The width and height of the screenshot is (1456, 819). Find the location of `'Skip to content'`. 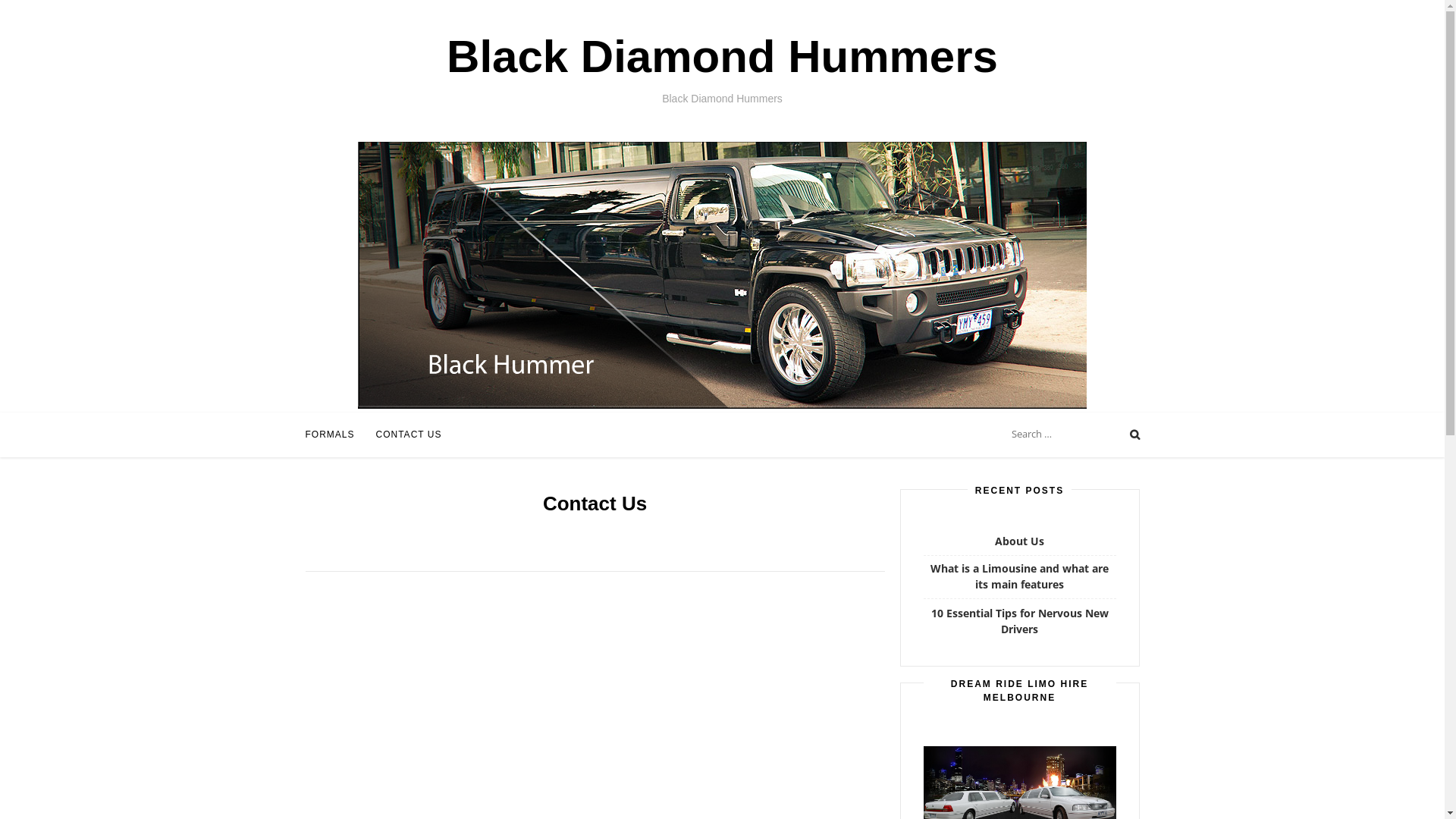

'Skip to content' is located at coordinates (0, 23).